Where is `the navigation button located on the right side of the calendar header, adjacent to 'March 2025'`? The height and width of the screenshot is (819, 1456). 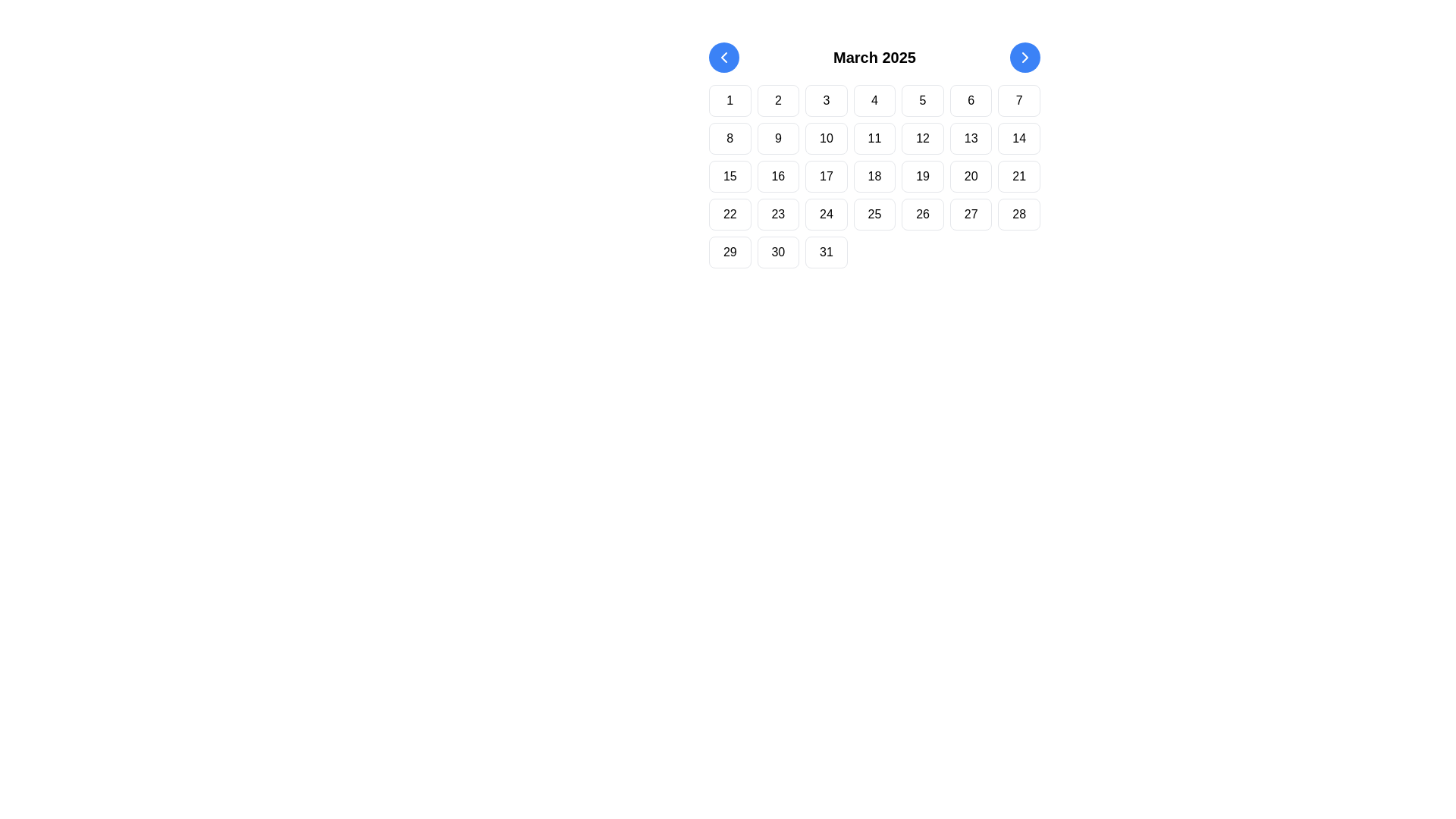
the navigation button located on the right side of the calendar header, adjacent to 'March 2025' is located at coordinates (1025, 57).